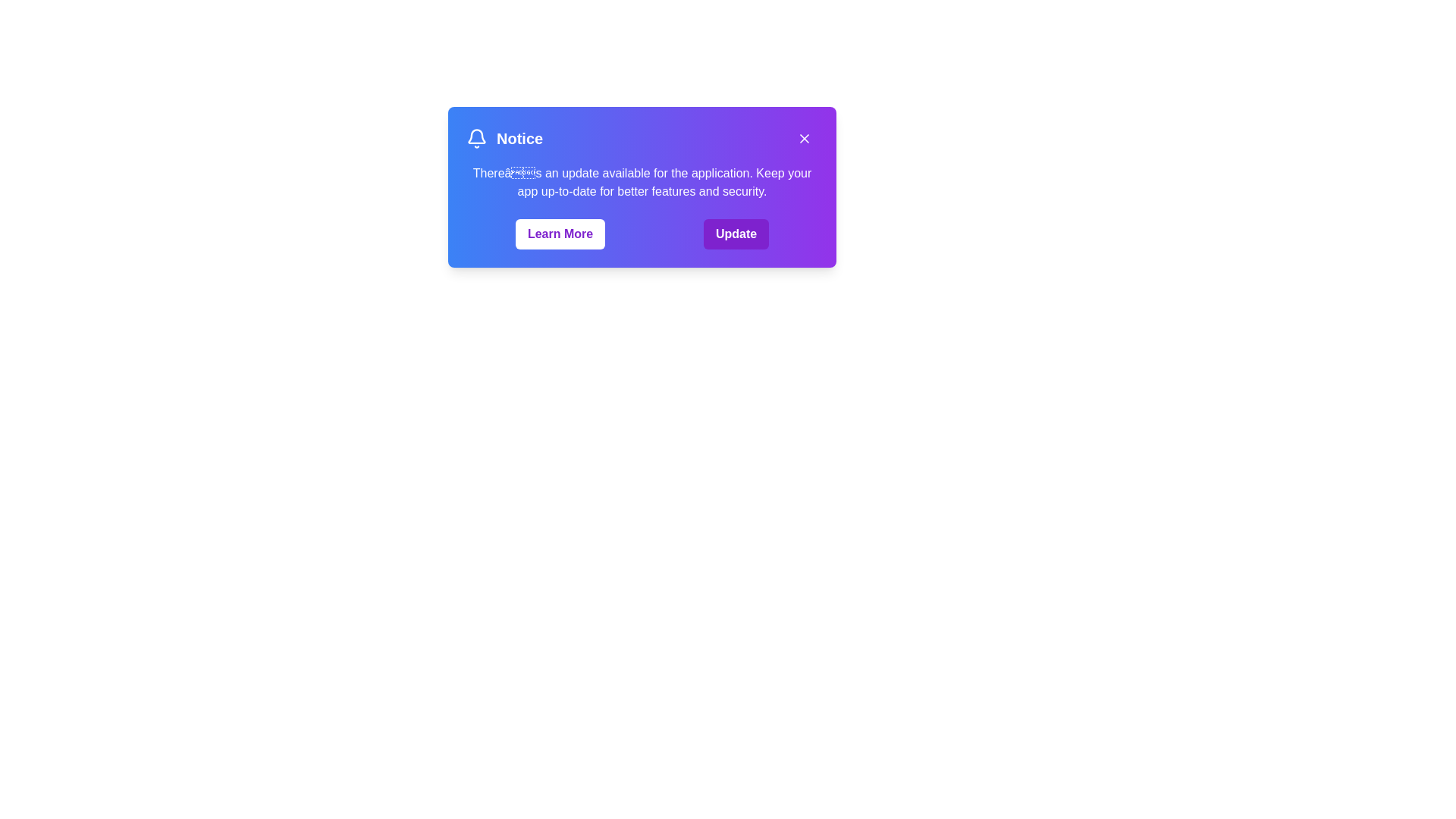 The width and height of the screenshot is (1456, 819). I want to click on the 'Update' button to initiate the update process, so click(735, 234).